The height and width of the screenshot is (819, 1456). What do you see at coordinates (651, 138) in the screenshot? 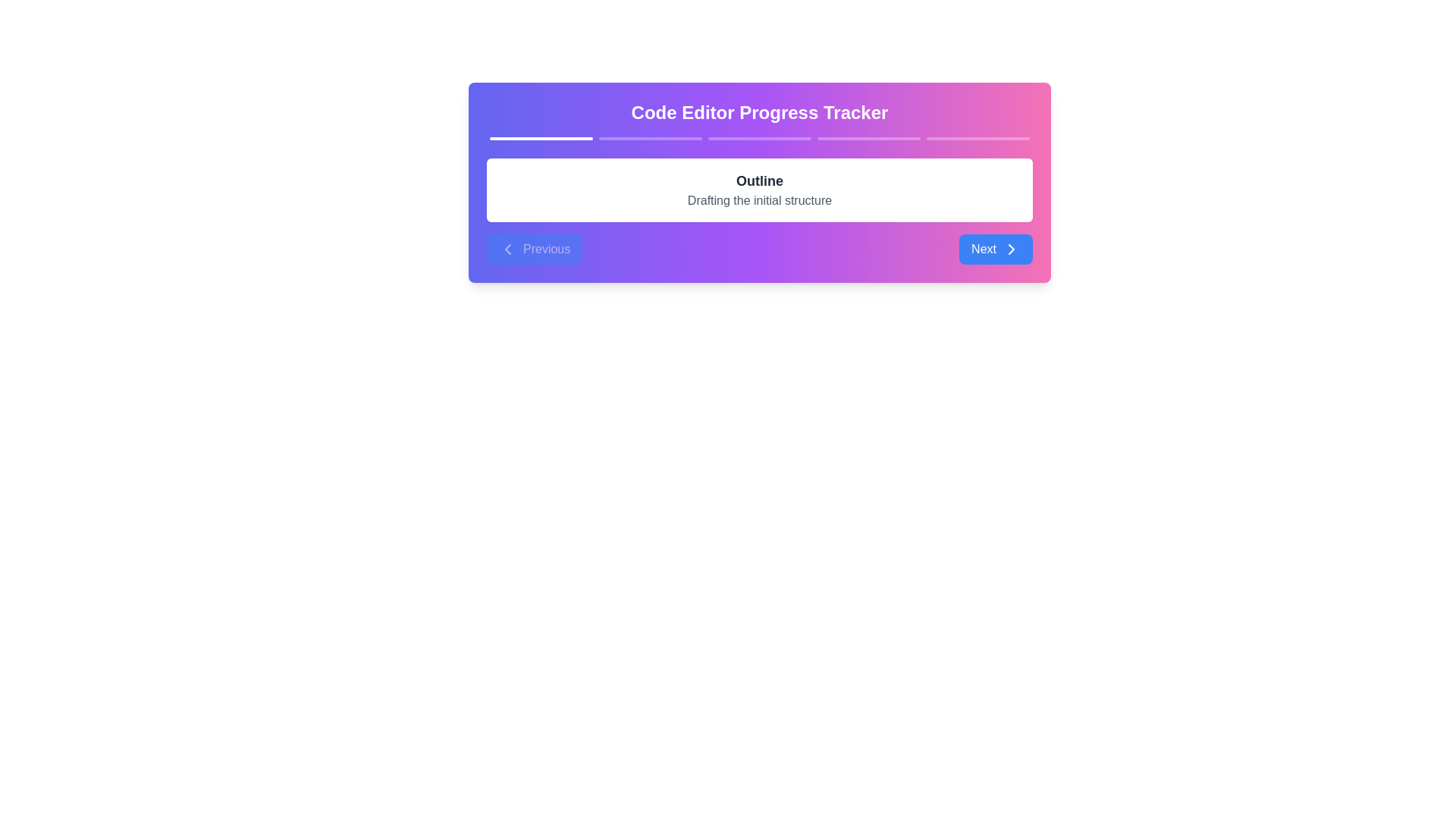
I see `the second segment of the progress indicator, which is part of a five-bar horizontal layout, to visually indicate the progress of the second step in a sequential task flow` at bounding box center [651, 138].